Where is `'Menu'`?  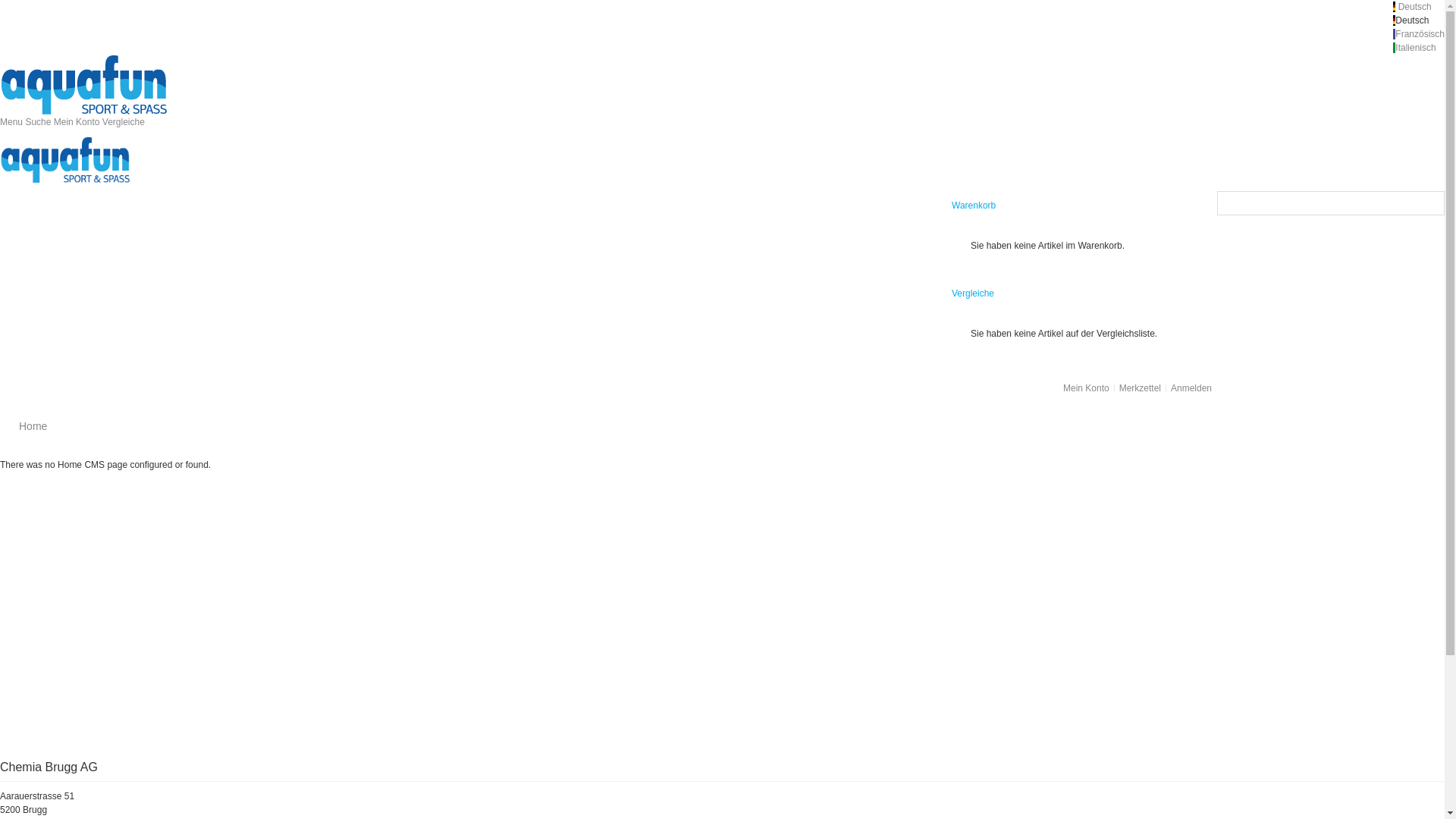
'Menu' is located at coordinates (0, 121).